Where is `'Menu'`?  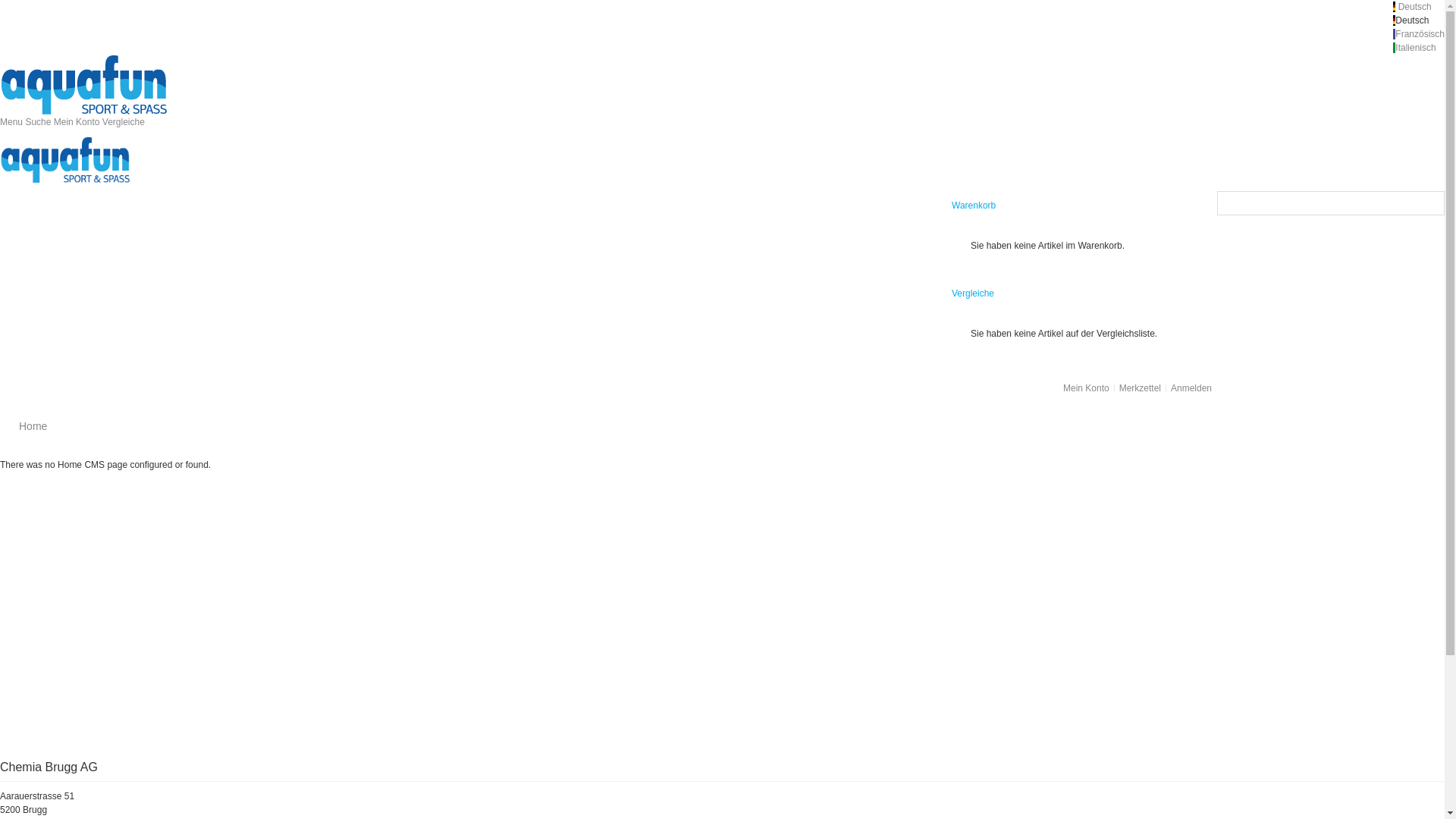
'Menu' is located at coordinates (0, 121).